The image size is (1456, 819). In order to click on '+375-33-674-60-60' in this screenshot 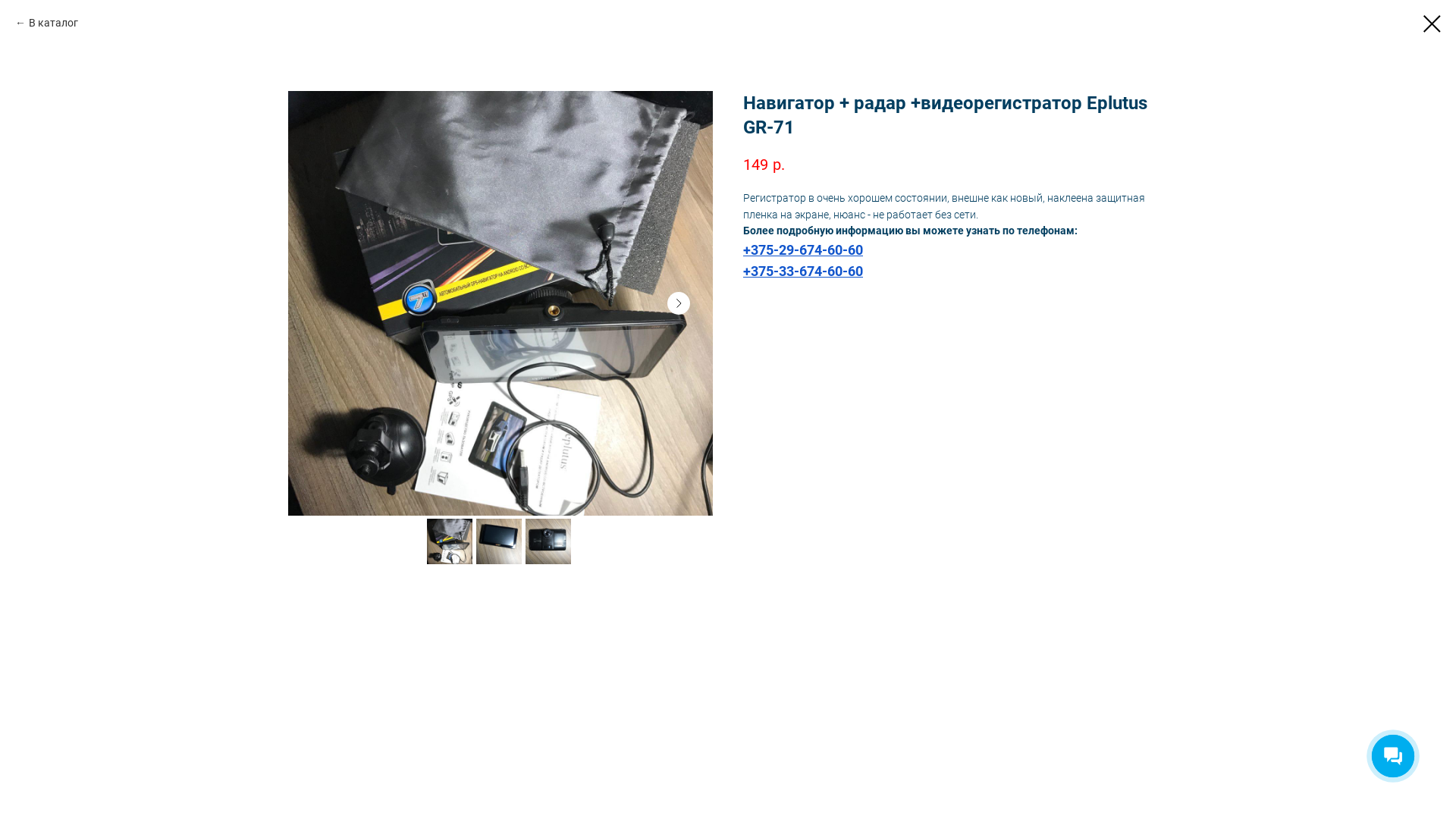, I will do `click(802, 271)`.